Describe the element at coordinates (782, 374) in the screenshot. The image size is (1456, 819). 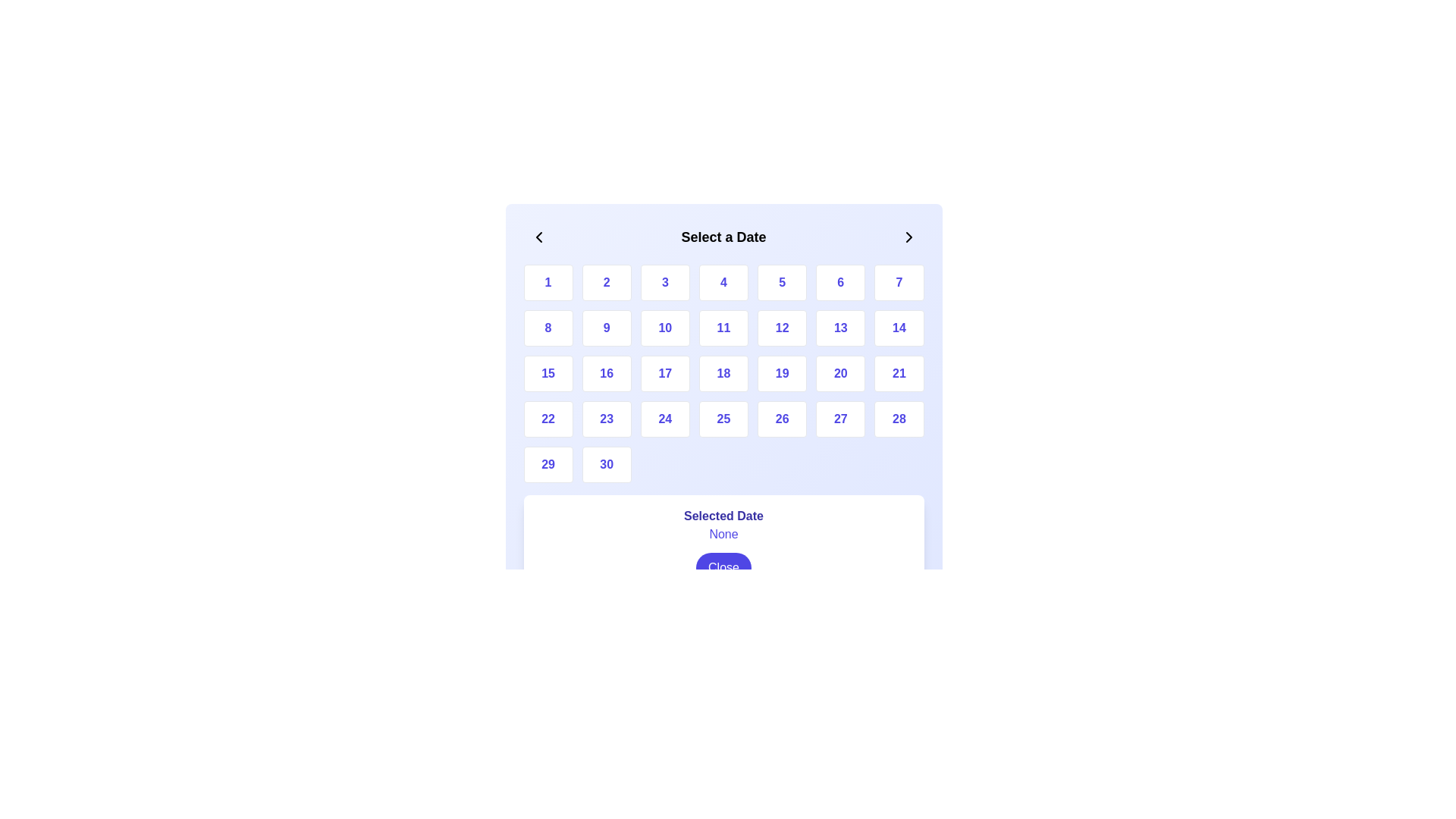
I see `the button that allows the user to select the date '19' in the calendar interface for keyboard navigation` at that location.